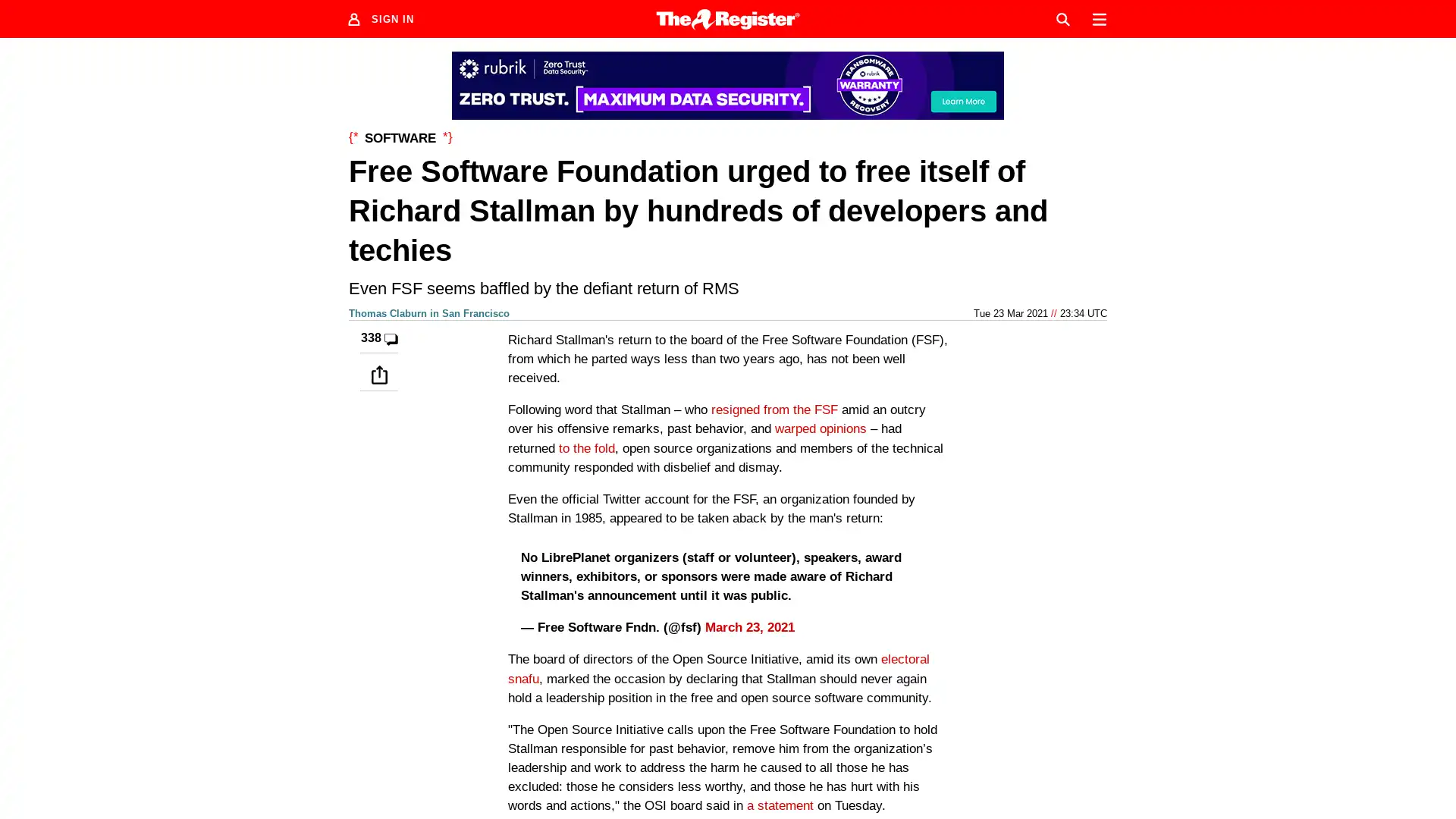 This screenshot has height=819, width=1456. I want to click on Share this story, so click(378, 374).